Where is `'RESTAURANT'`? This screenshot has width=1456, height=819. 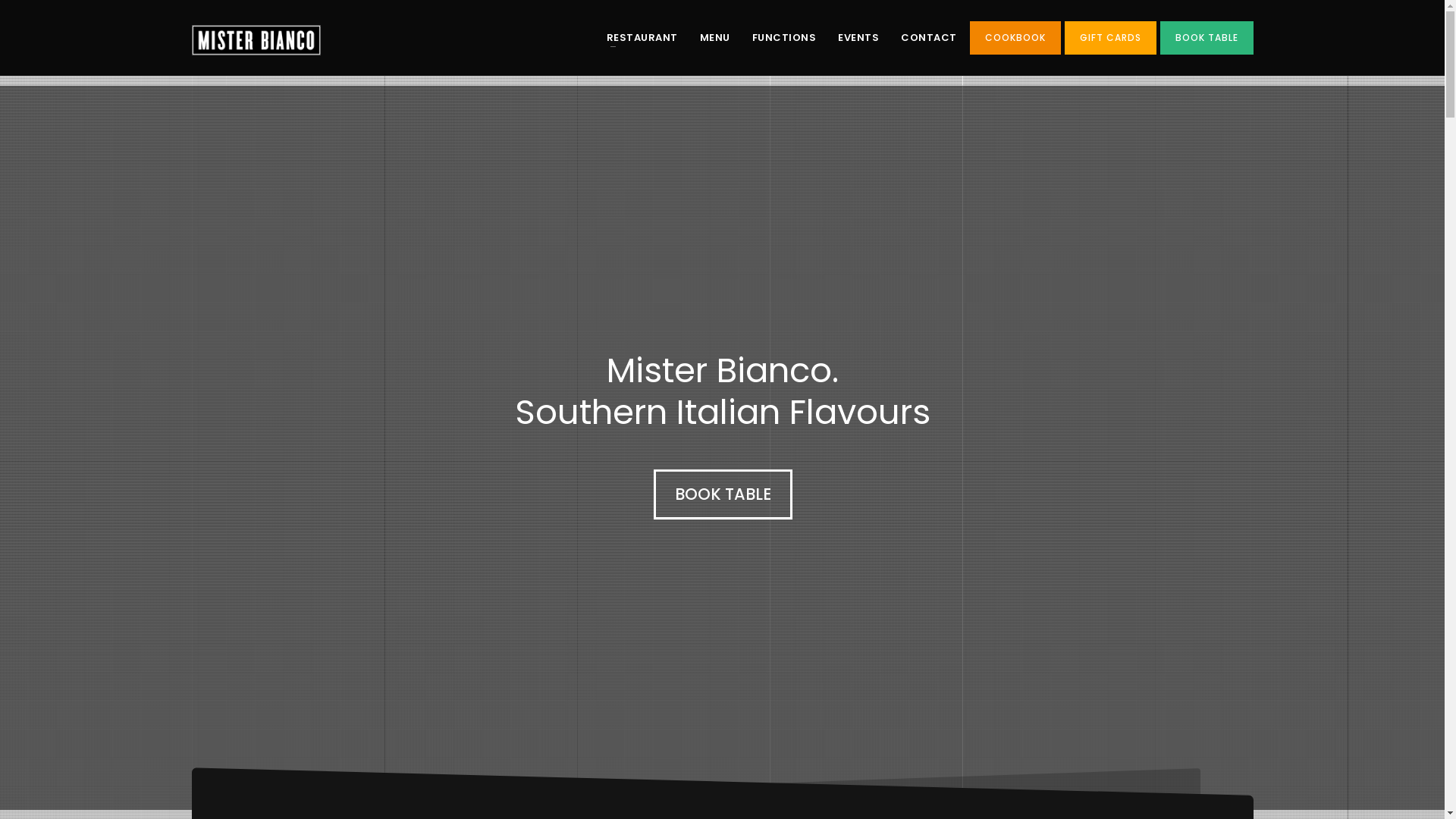 'RESTAURANT' is located at coordinates (596, 37).